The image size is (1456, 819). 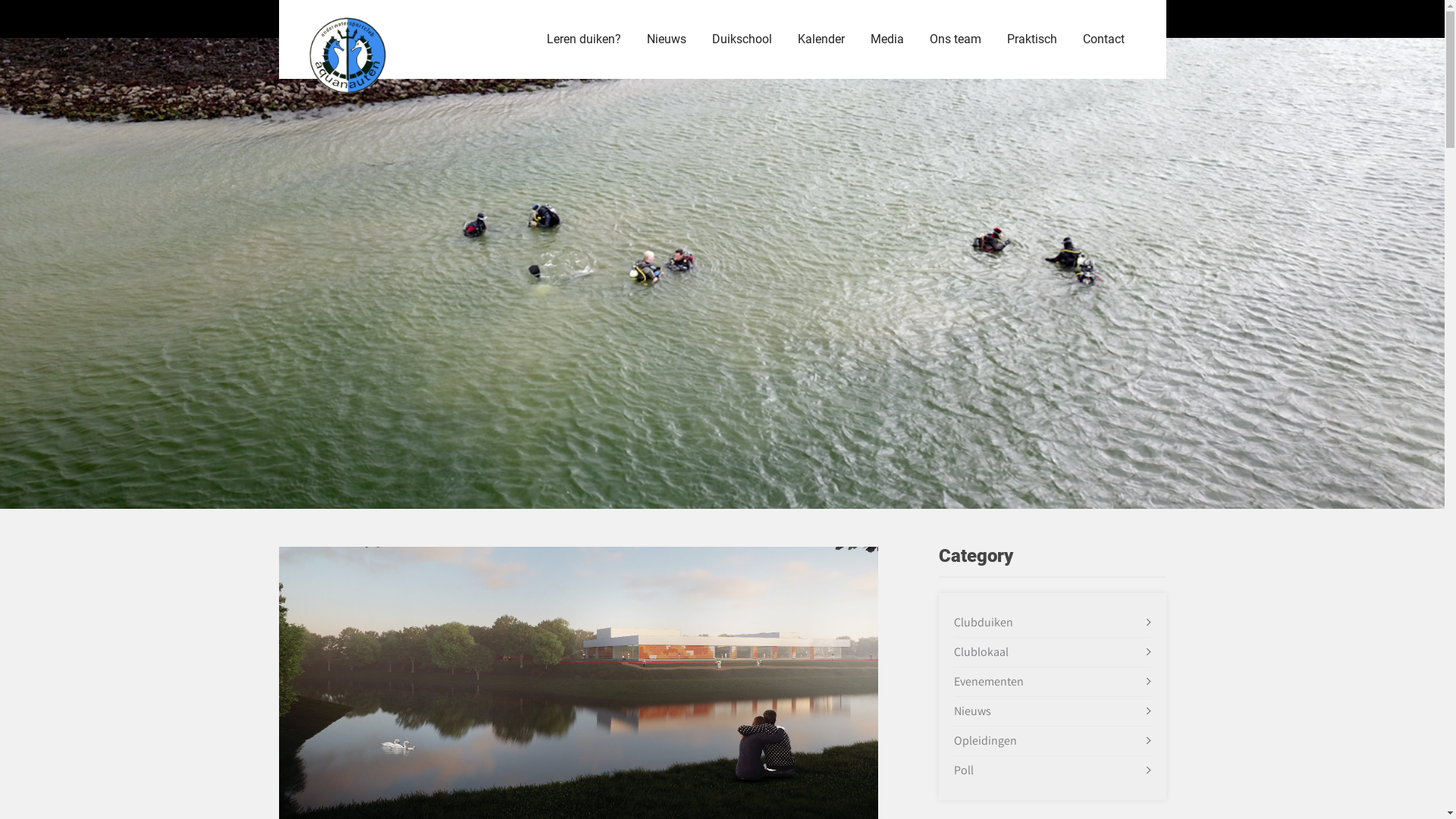 I want to click on 'Evenementen', so click(x=989, y=680).